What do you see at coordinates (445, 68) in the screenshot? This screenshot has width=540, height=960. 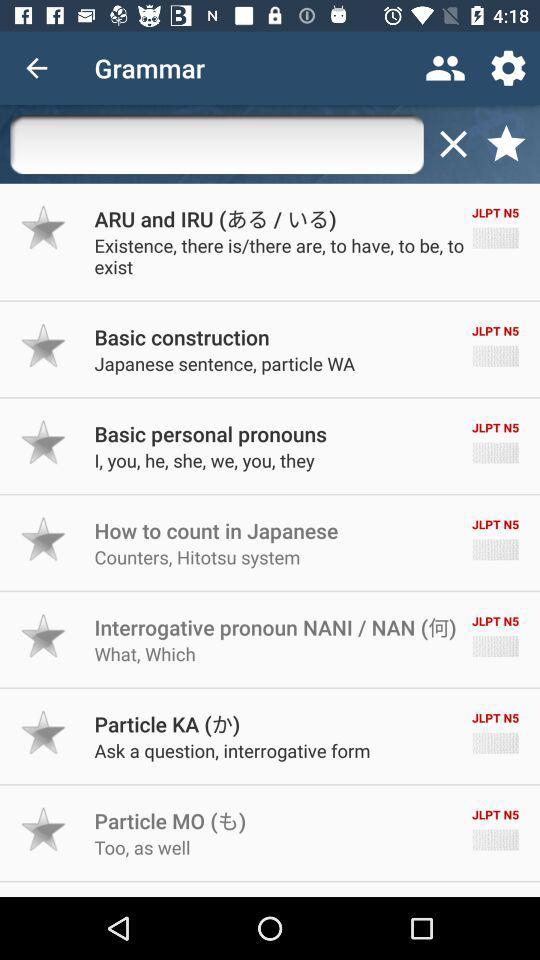 I see `the item to the right of grammar` at bounding box center [445, 68].